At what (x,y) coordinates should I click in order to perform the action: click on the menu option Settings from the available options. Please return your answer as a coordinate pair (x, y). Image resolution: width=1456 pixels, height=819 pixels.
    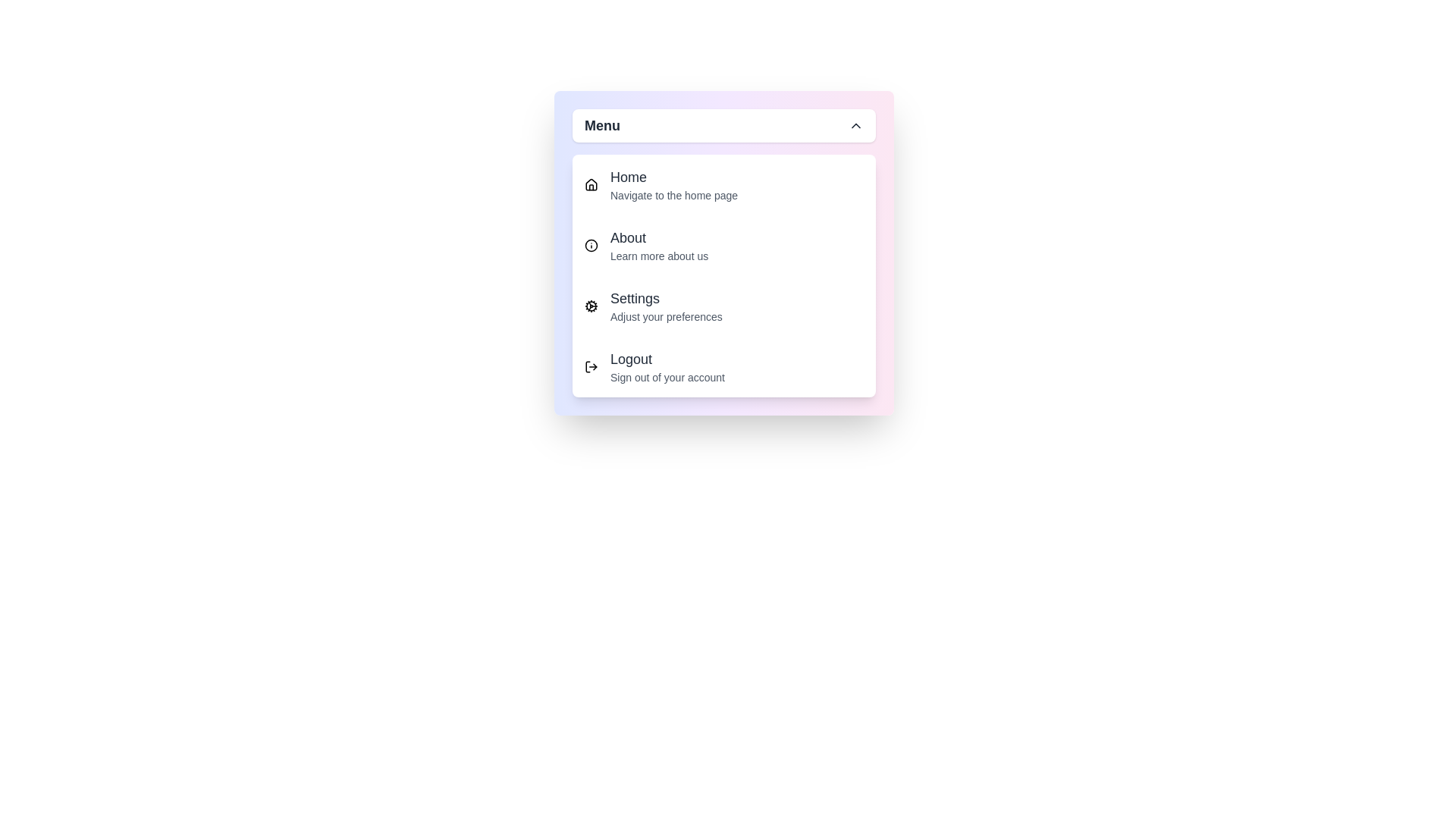
    Looking at the image, I should click on (723, 306).